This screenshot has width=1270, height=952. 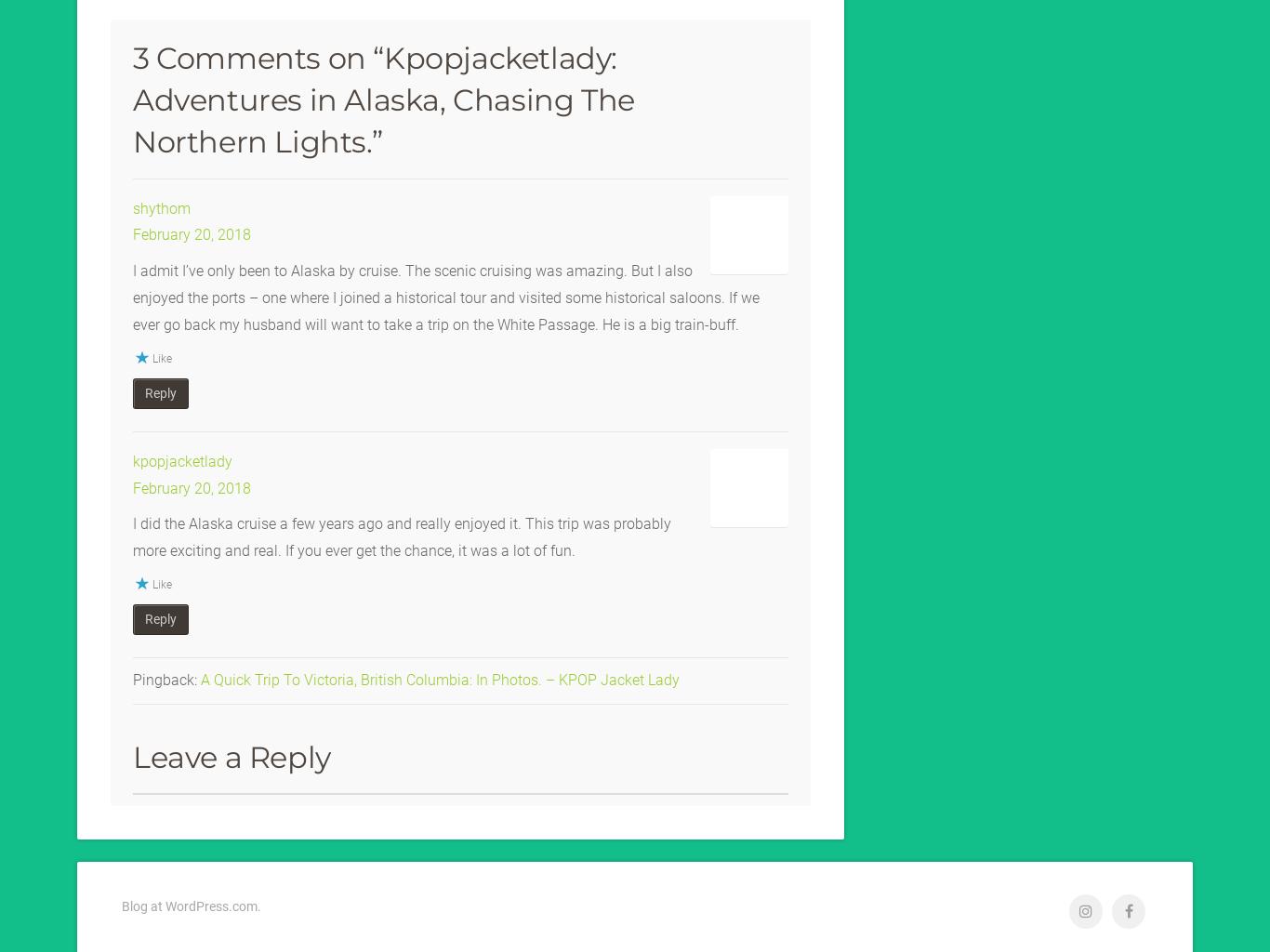 What do you see at coordinates (440, 677) in the screenshot?
I see `'A Quick Trip To Victoria, British Columbia: In Photos. – KPOP Jacket Lady'` at bounding box center [440, 677].